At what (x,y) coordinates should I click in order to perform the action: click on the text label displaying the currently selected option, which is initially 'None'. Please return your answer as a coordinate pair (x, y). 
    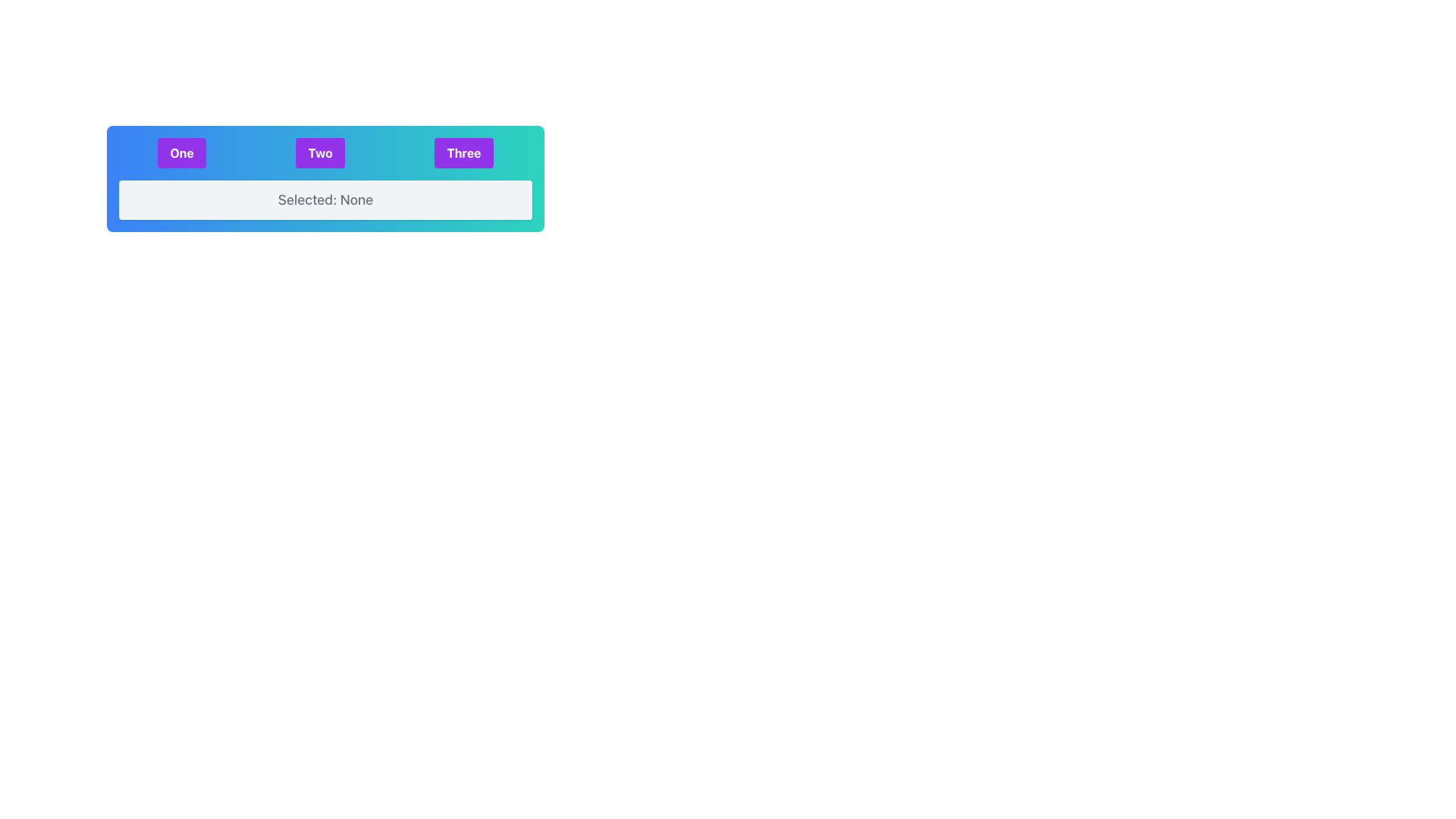
    Looking at the image, I should click on (325, 199).